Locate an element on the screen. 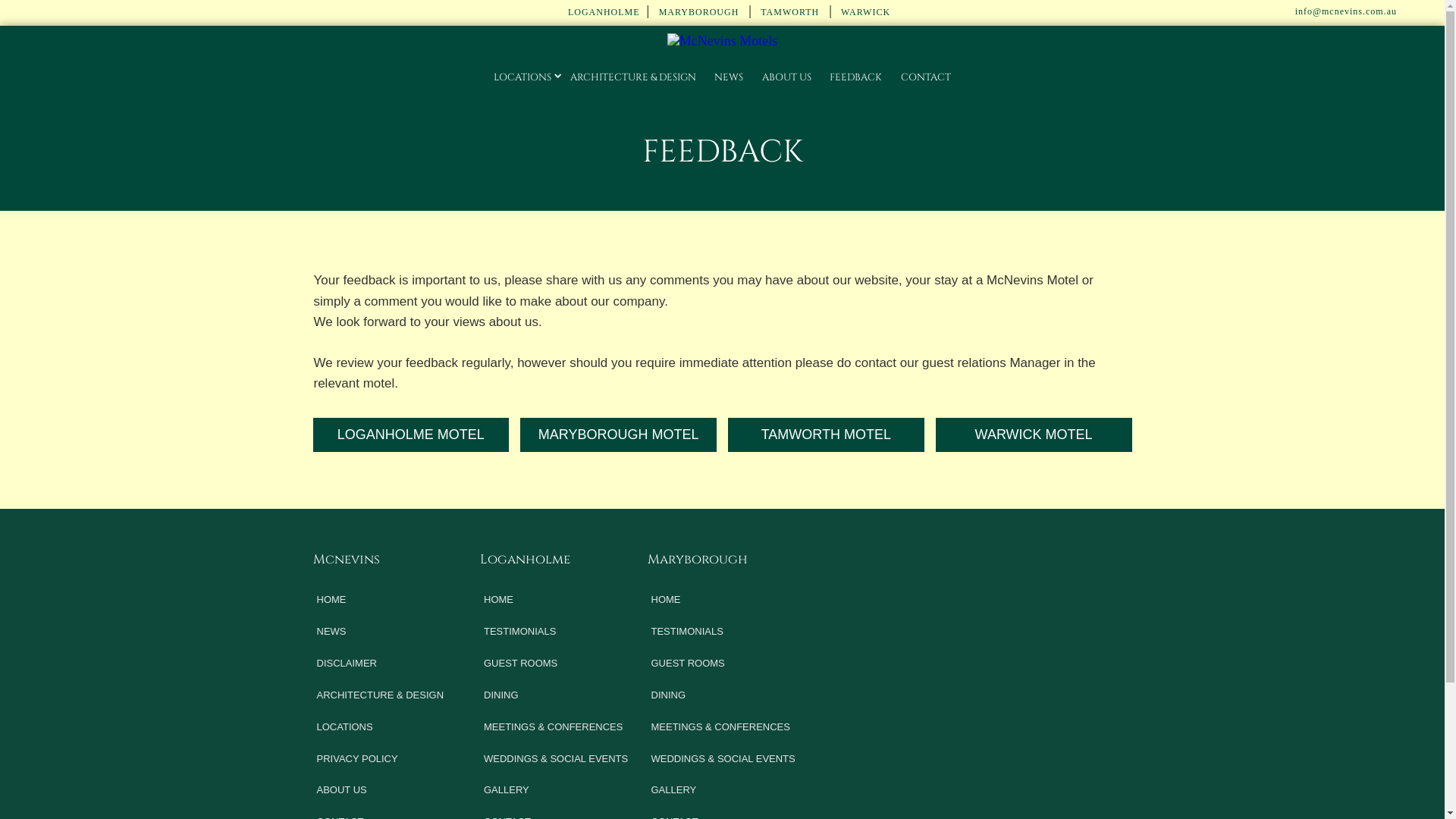 This screenshot has width=1456, height=819. 'ABOUT US' is located at coordinates (786, 77).